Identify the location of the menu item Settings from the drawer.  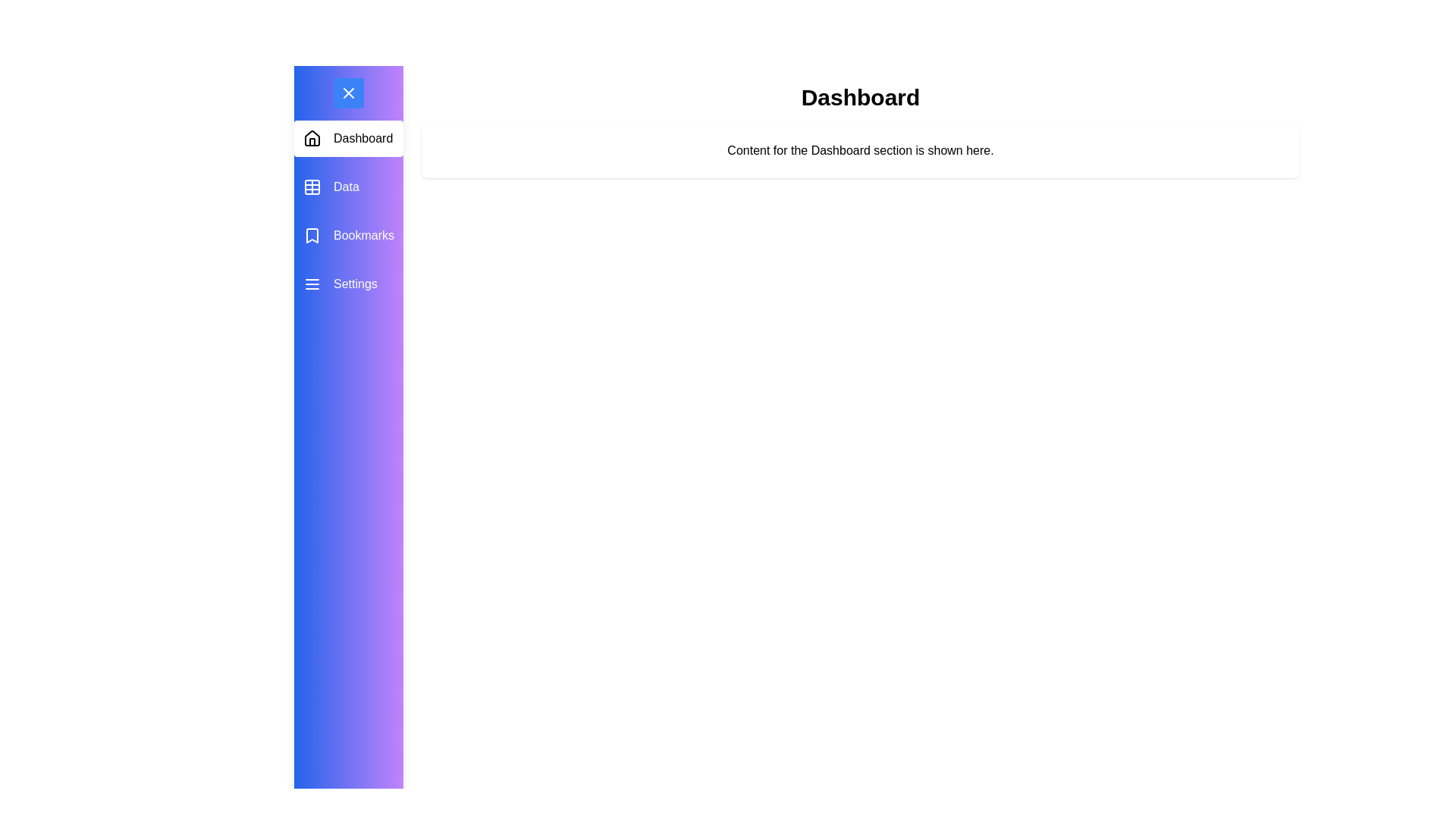
(348, 284).